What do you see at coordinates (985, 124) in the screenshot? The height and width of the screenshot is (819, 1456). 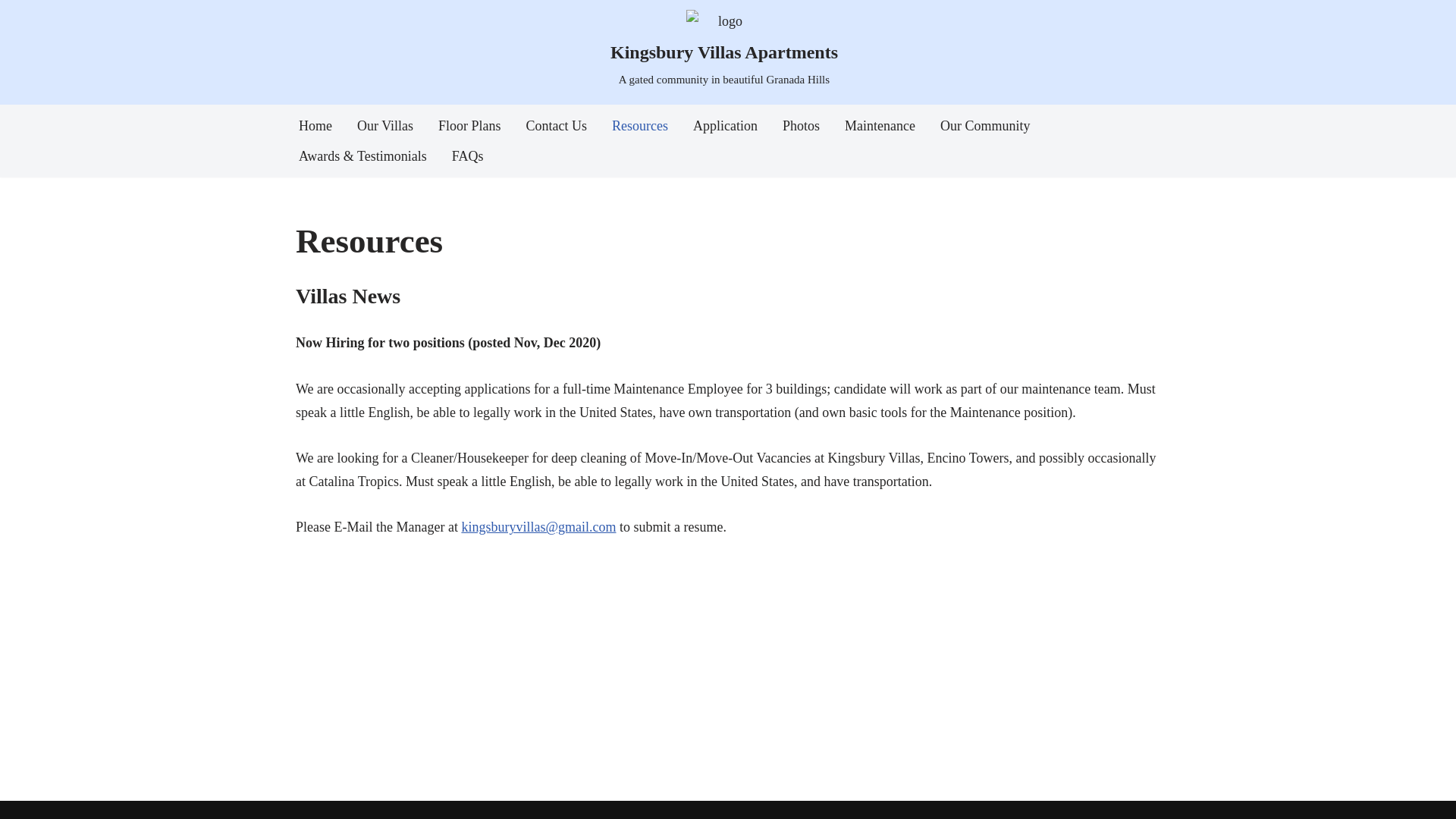 I see `'Our Community'` at bounding box center [985, 124].